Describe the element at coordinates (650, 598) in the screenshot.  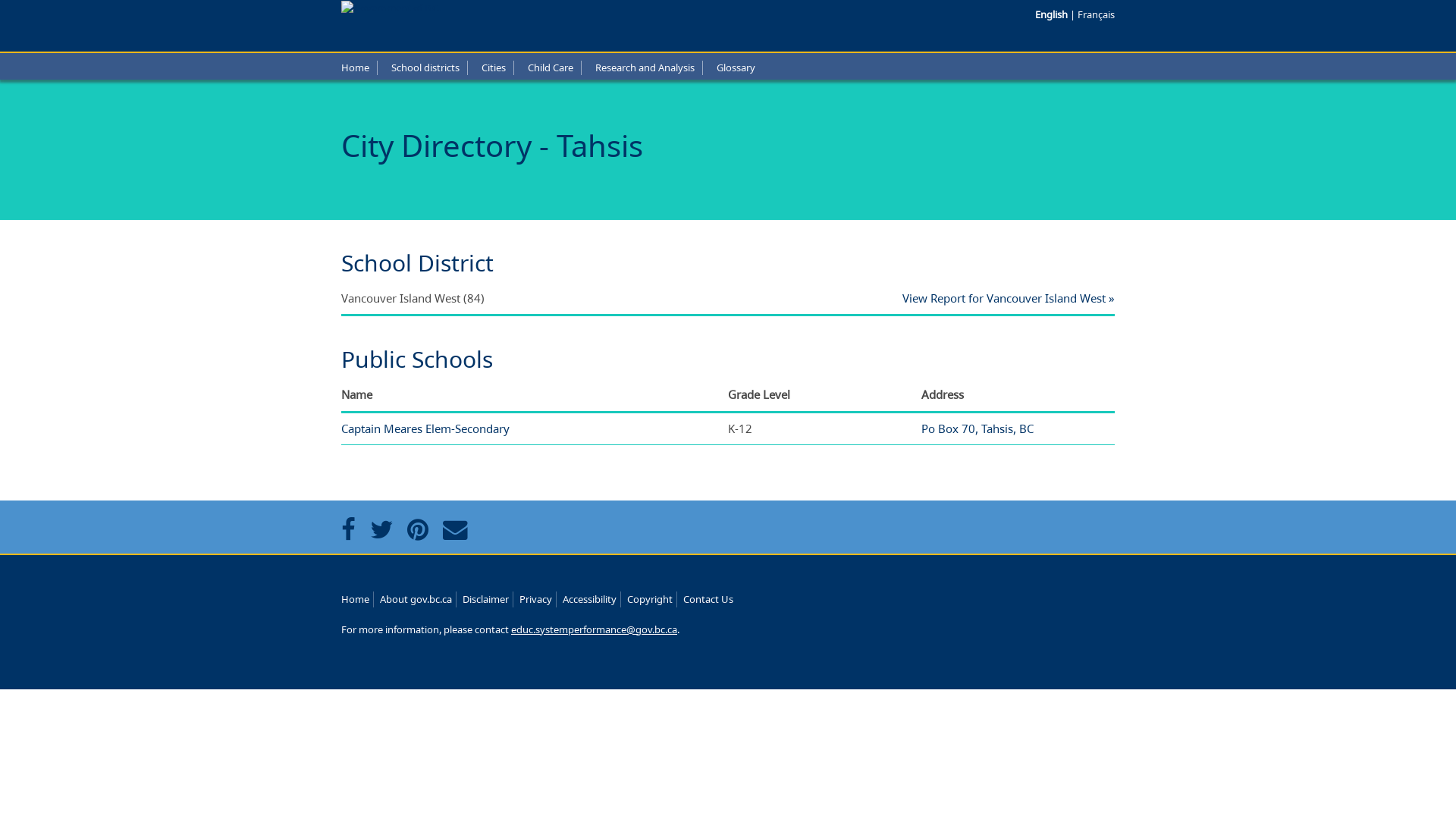
I see `'Copyright'` at that location.